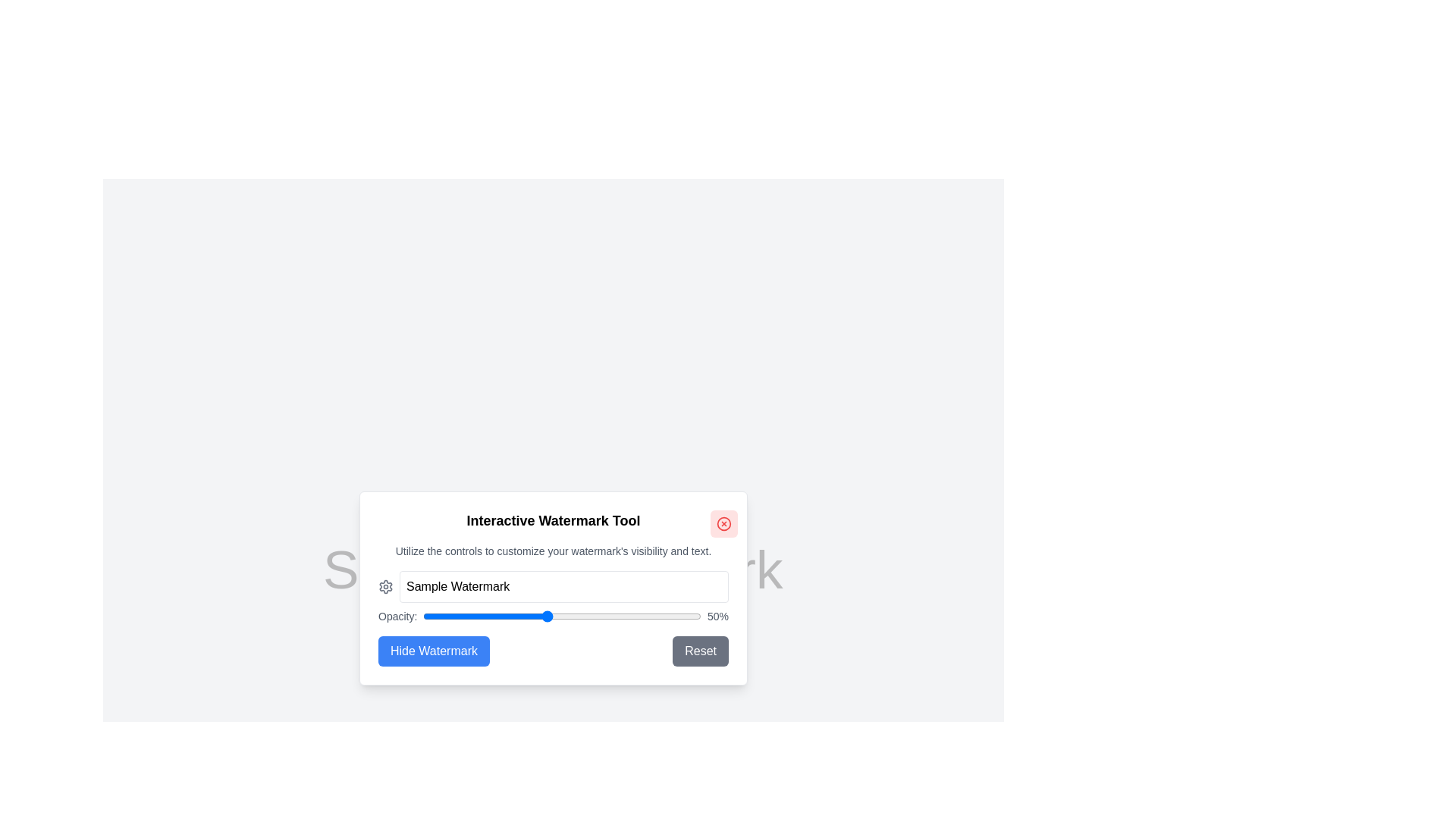  I want to click on the close button located at the top-right corner of the 'Interactive Watermark Tool' modal, so click(723, 522).